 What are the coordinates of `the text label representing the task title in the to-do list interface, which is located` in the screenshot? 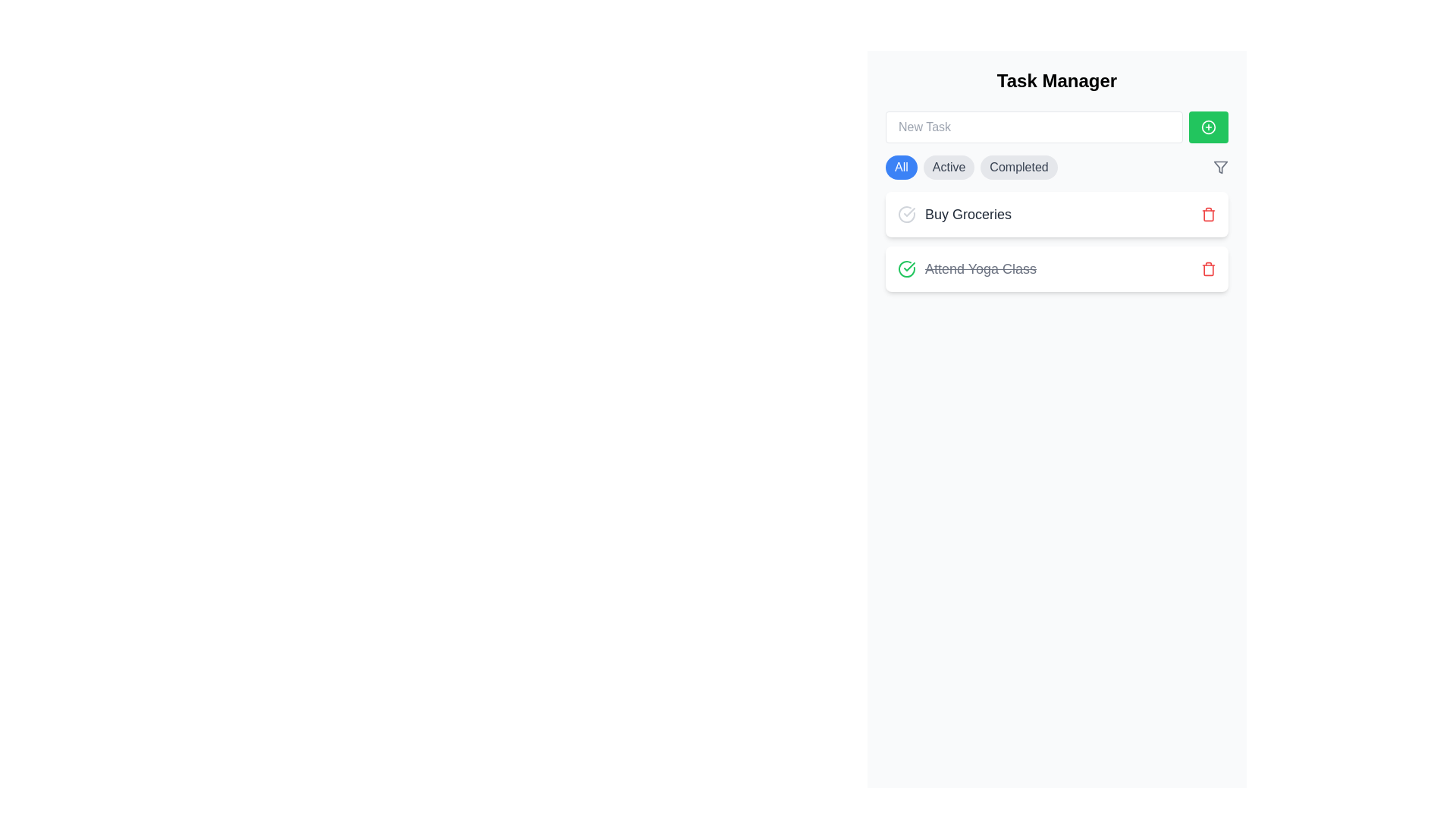 It's located at (967, 214).